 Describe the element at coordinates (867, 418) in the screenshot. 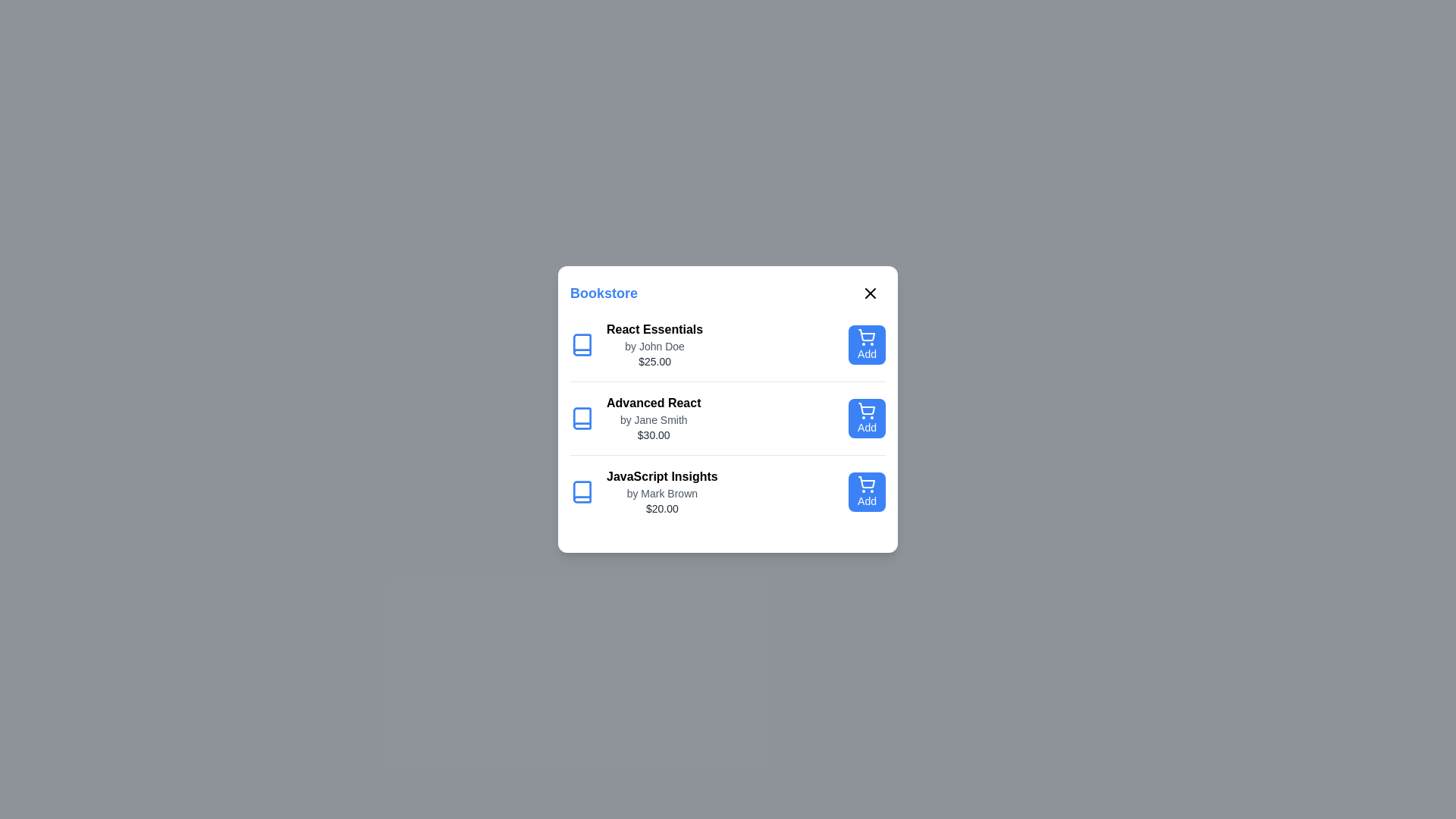

I see `'Add' button for the book titled 'Advanced React'` at that location.